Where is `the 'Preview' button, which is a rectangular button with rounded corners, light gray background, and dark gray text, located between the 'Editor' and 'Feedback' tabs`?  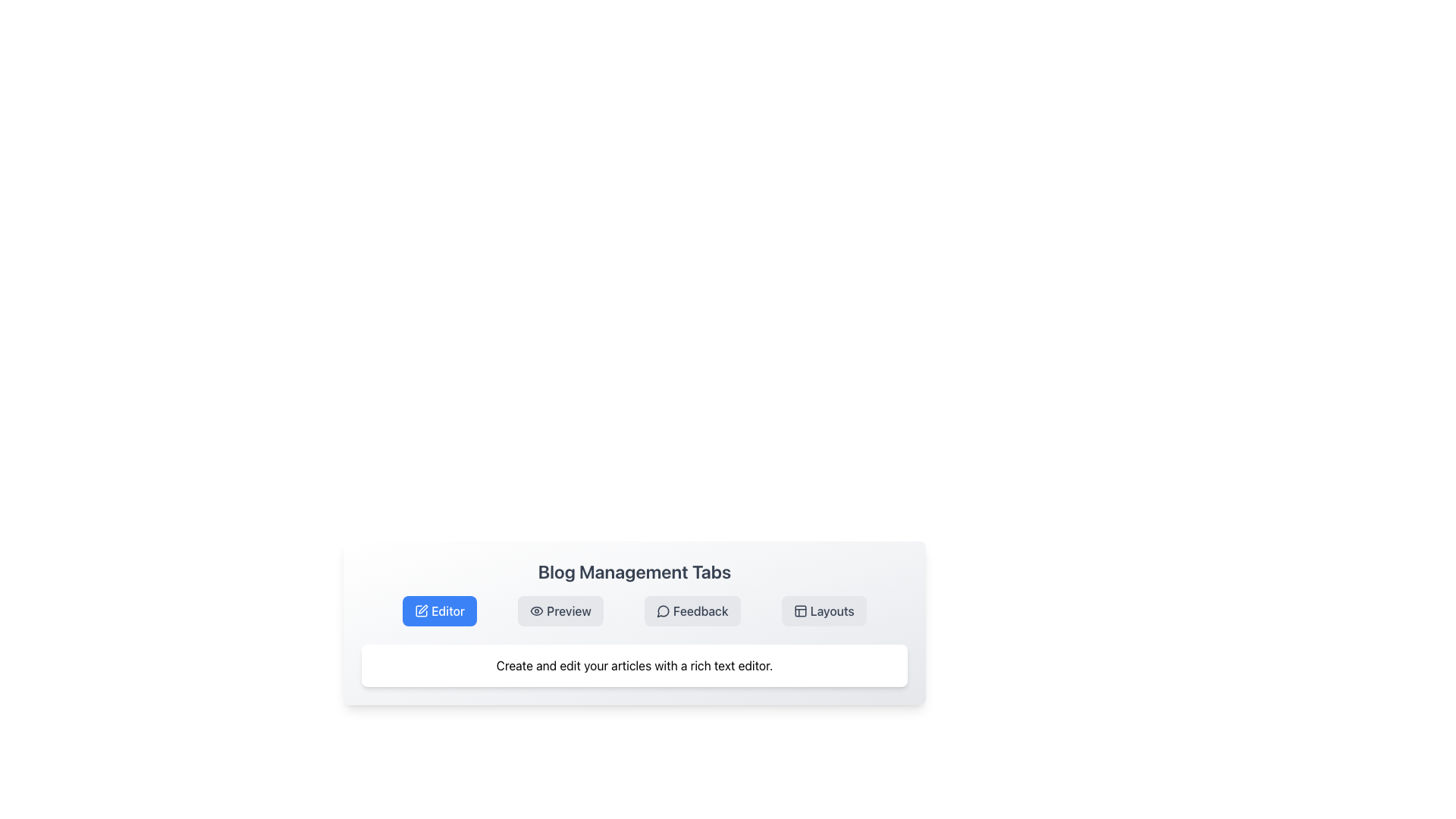 the 'Preview' button, which is a rectangular button with rounded corners, light gray background, and dark gray text, located between the 'Editor' and 'Feedback' tabs is located at coordinates (560, 610).